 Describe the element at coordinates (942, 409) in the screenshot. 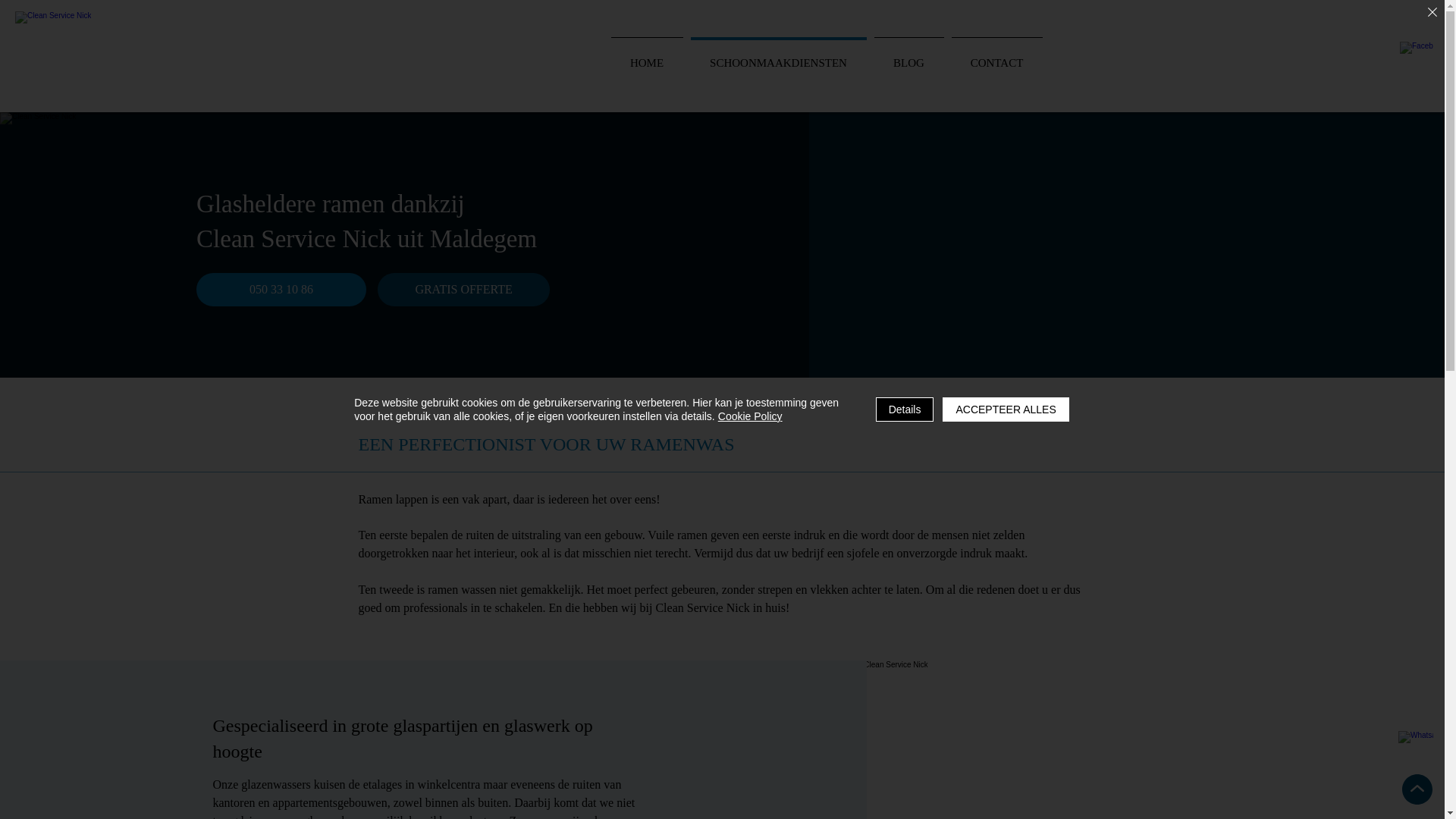

I see `'ACCEPTEER ALLES'` at that location.